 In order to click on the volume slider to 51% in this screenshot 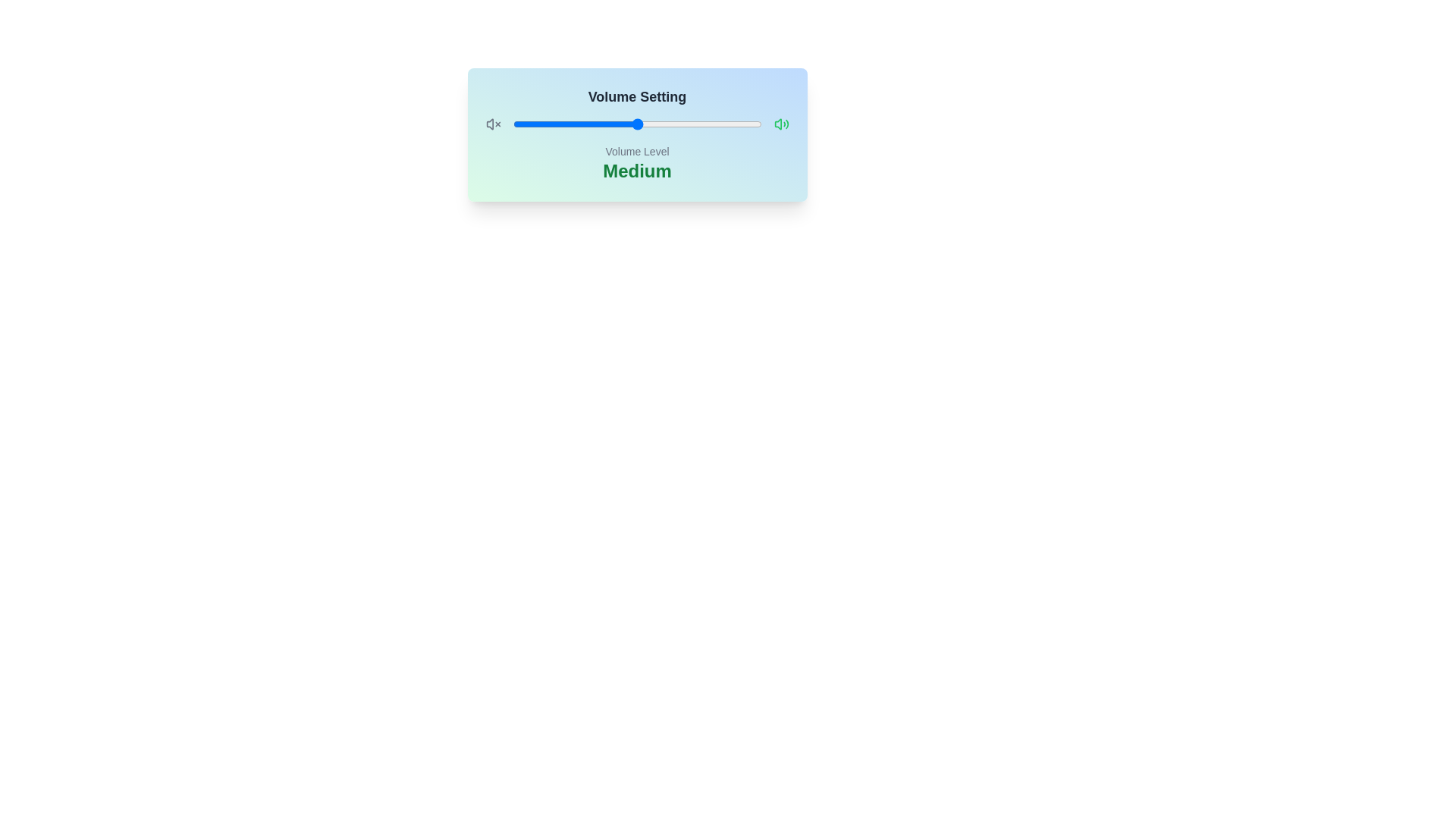, I will do `click(639, 124)`.